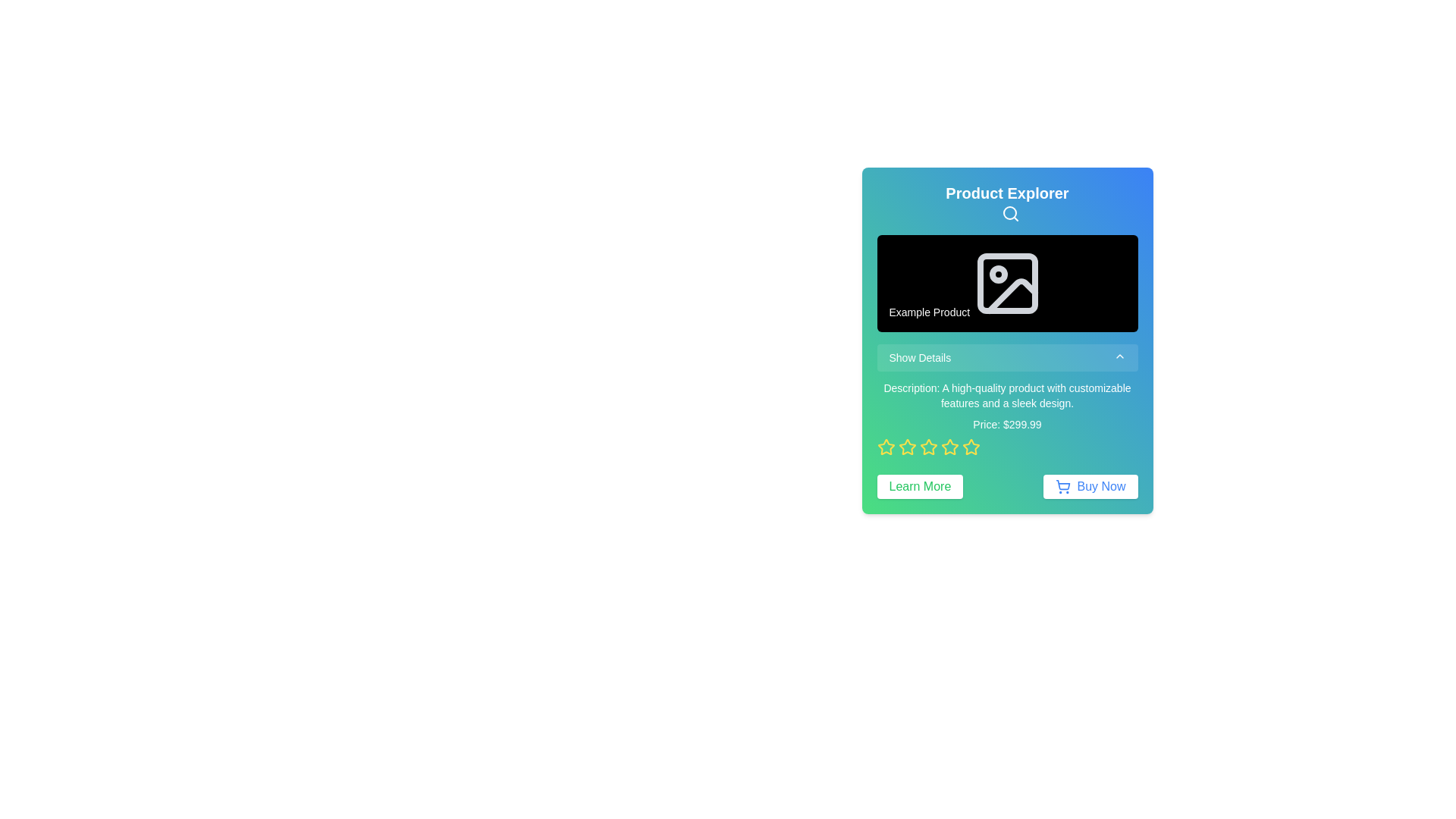  What do you see at coordinates (907, 446) in the screenshot?
I see `the second star-shaped Rating icon, which has a yellow outline and is located below the product description among four other similar stars` at bounding box center [907, 446].